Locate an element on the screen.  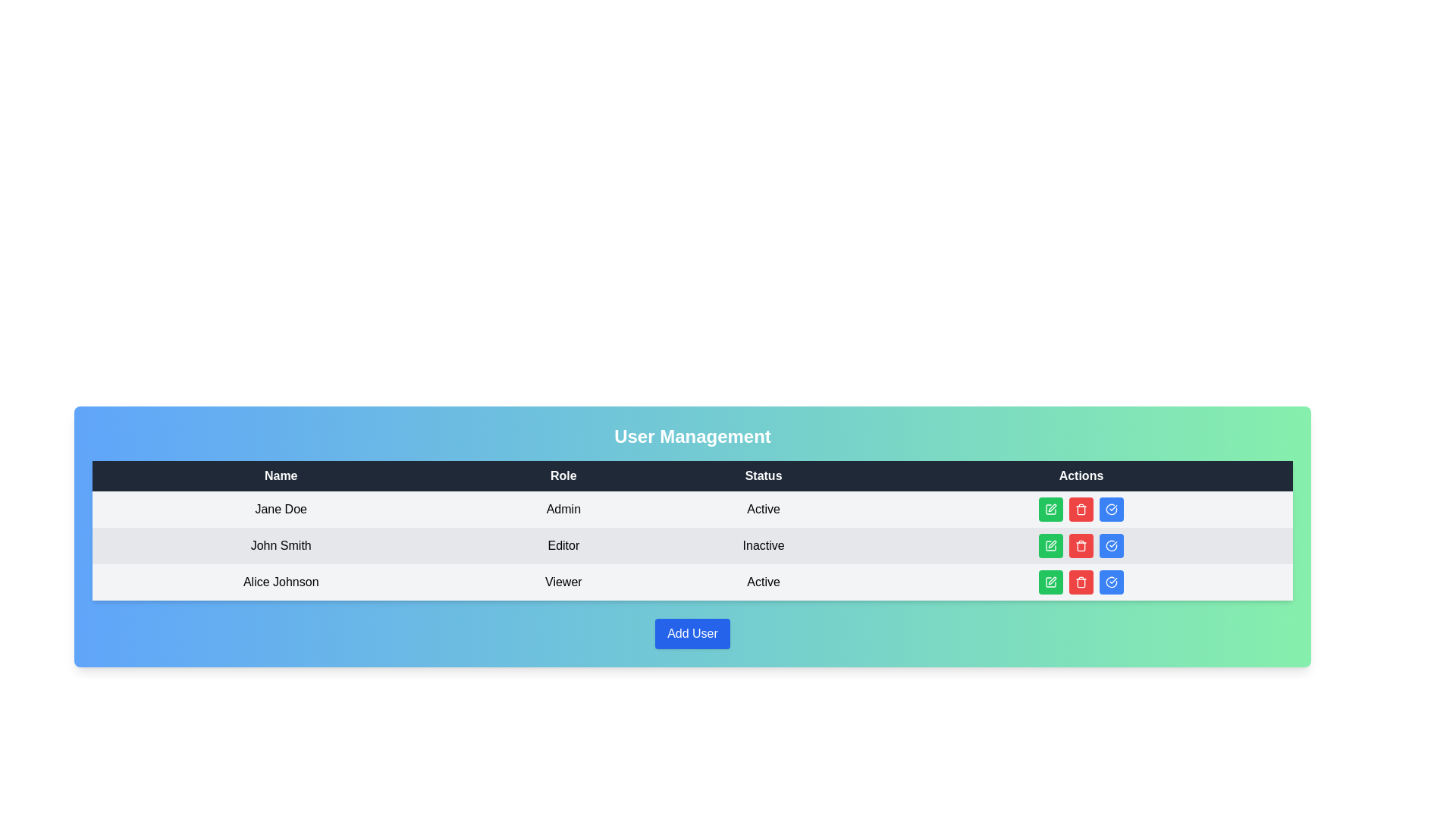
the graphical icon in the 'Actions' column of the last row is located at coordinates (1050, 581).